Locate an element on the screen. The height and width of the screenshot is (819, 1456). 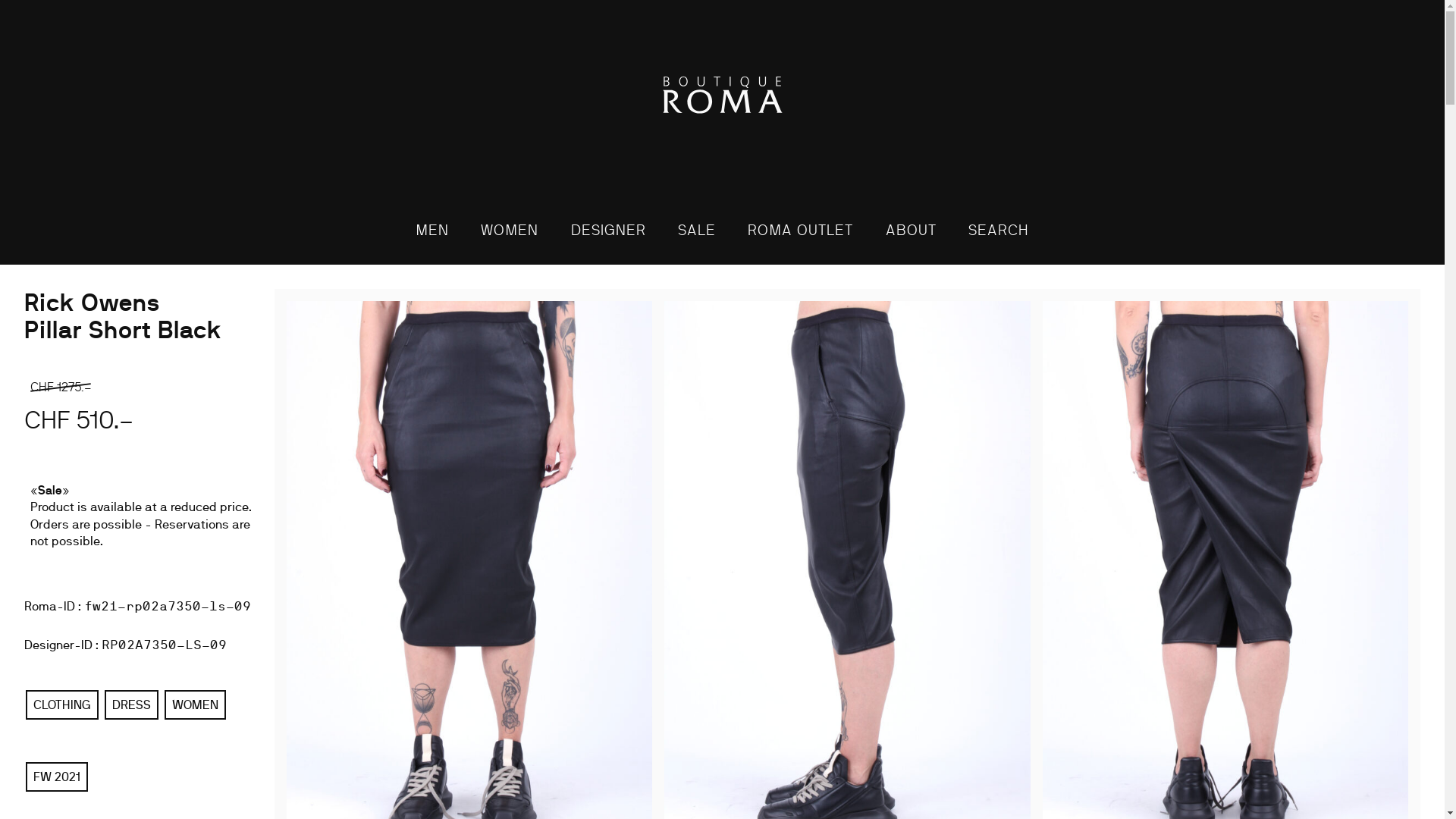
'FW 2021' is located at coordinates (57, 777).